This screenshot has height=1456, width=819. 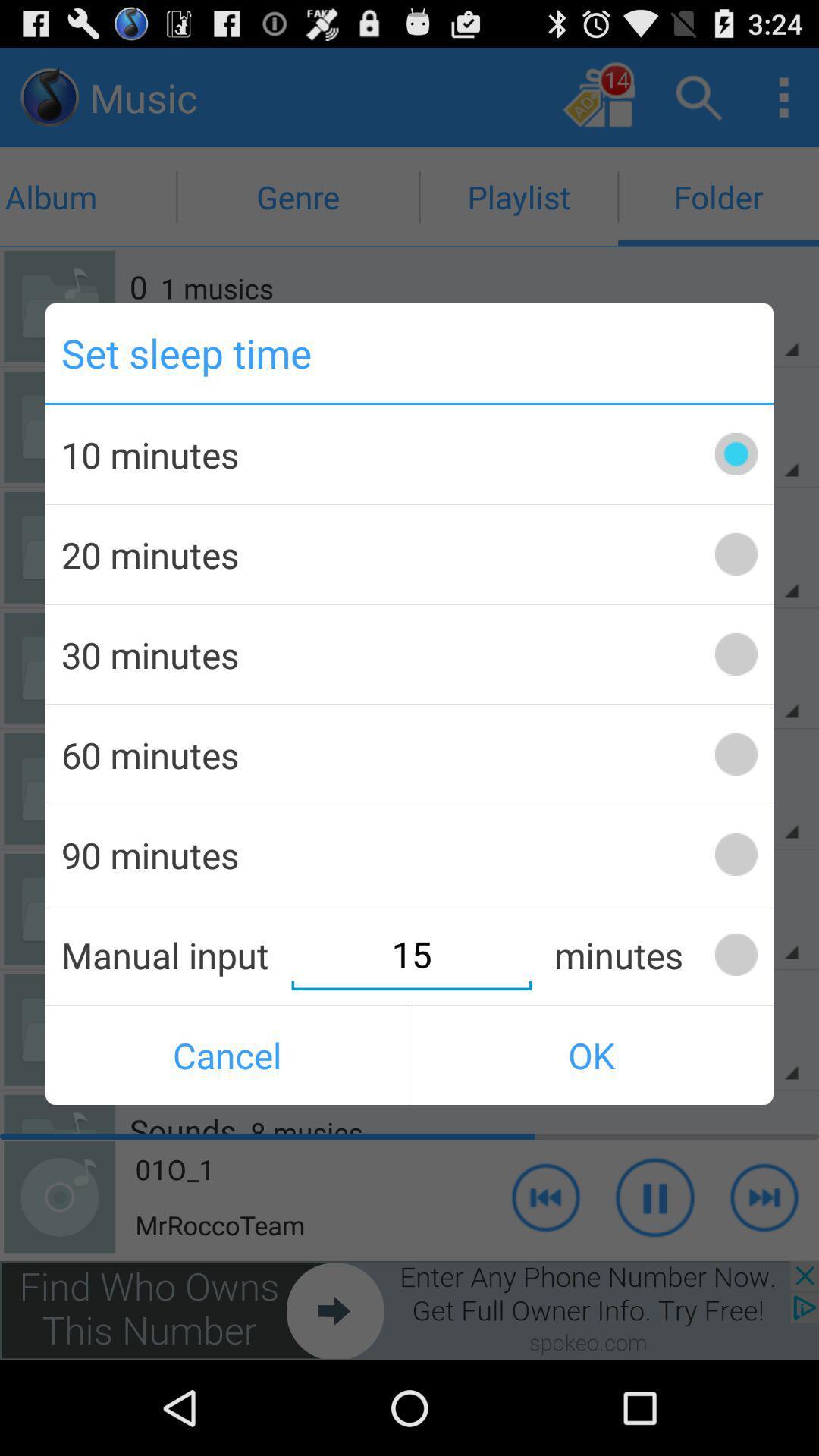 I want to click on the button, so click(x=735, y=654).